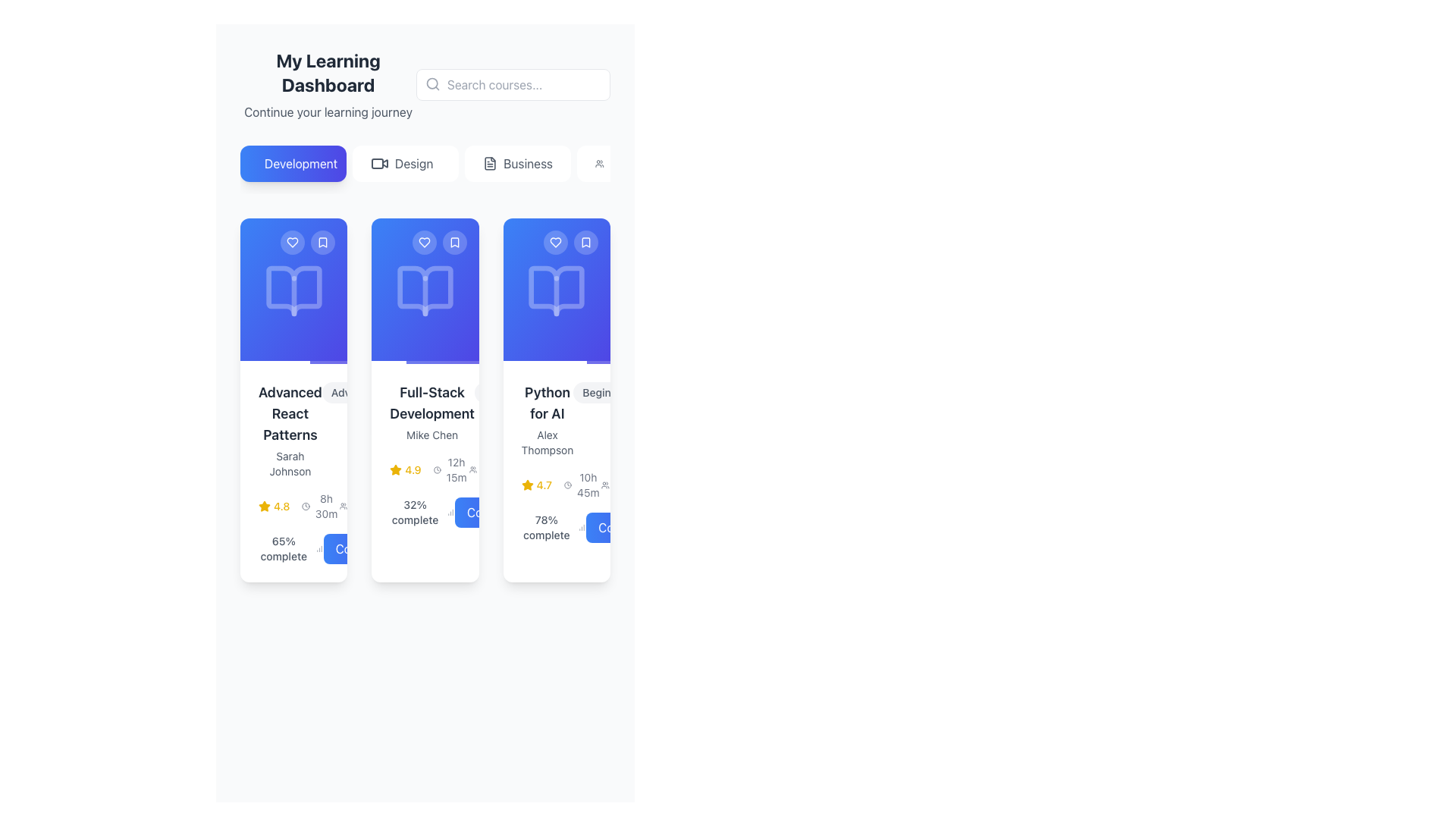 Image resolution: width=1456 pixels, height=819 pixels. I want to click on the navigation button for Design, which is the second button from the left among the horizontally aligned buttons, so click(405, 164).